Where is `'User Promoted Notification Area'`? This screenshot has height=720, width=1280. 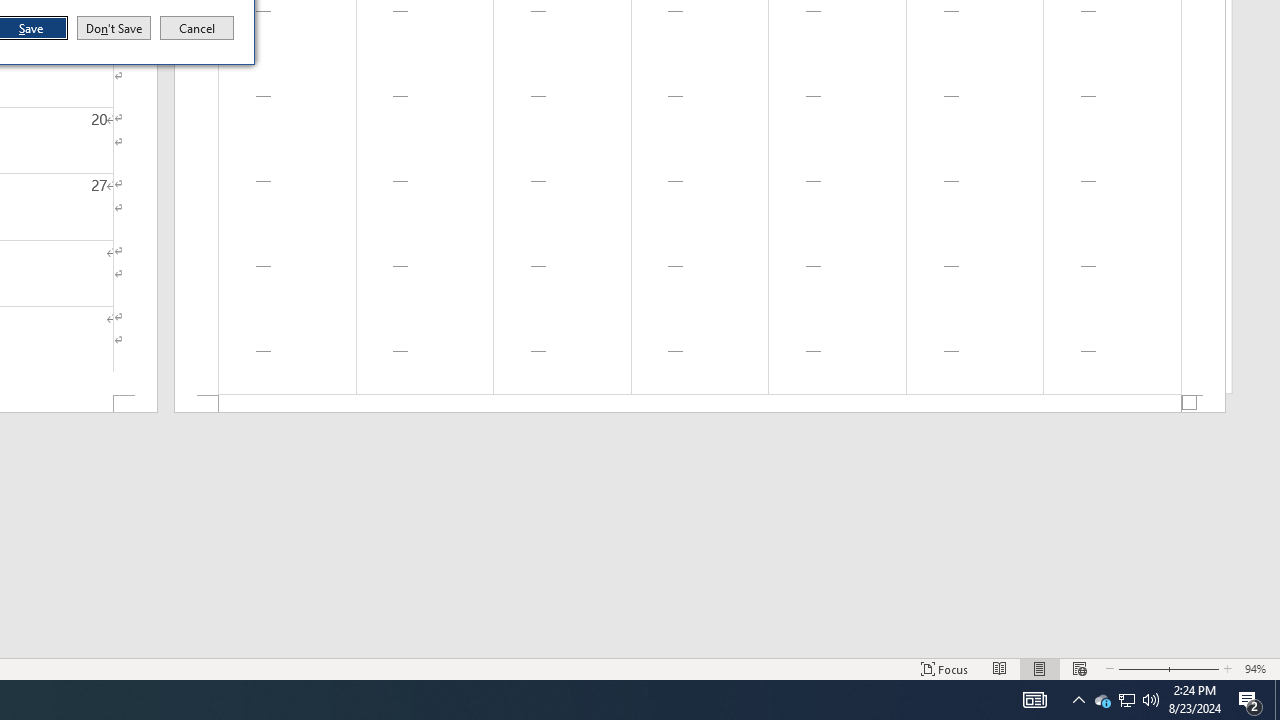 'User Promoted Notification Area' is located at coordinates (1127, 698).